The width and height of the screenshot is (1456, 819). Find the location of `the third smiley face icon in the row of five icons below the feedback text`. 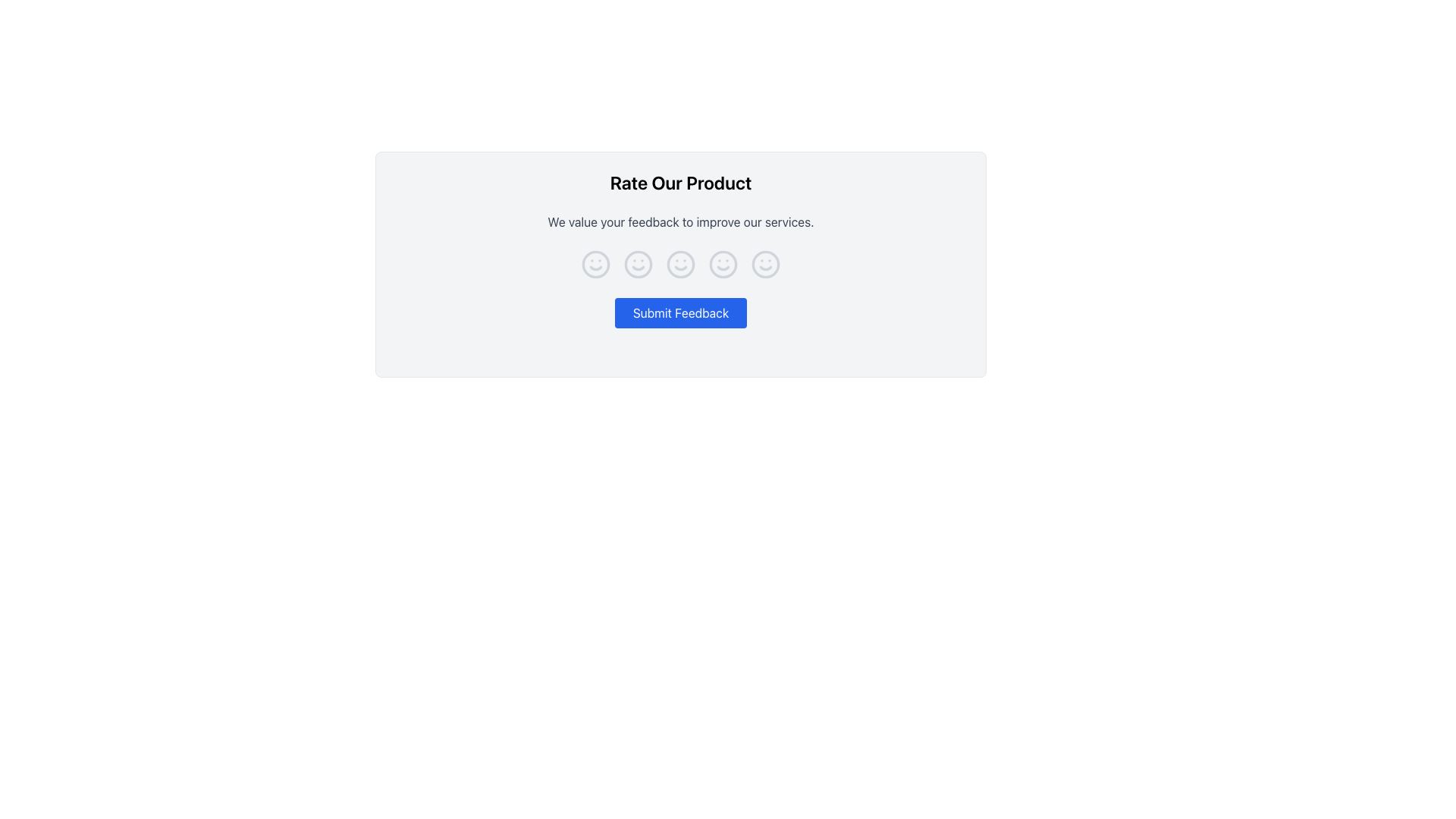

the third smiley face icon in the row of five icons below the feedback text is located at coordinates (679, 263).